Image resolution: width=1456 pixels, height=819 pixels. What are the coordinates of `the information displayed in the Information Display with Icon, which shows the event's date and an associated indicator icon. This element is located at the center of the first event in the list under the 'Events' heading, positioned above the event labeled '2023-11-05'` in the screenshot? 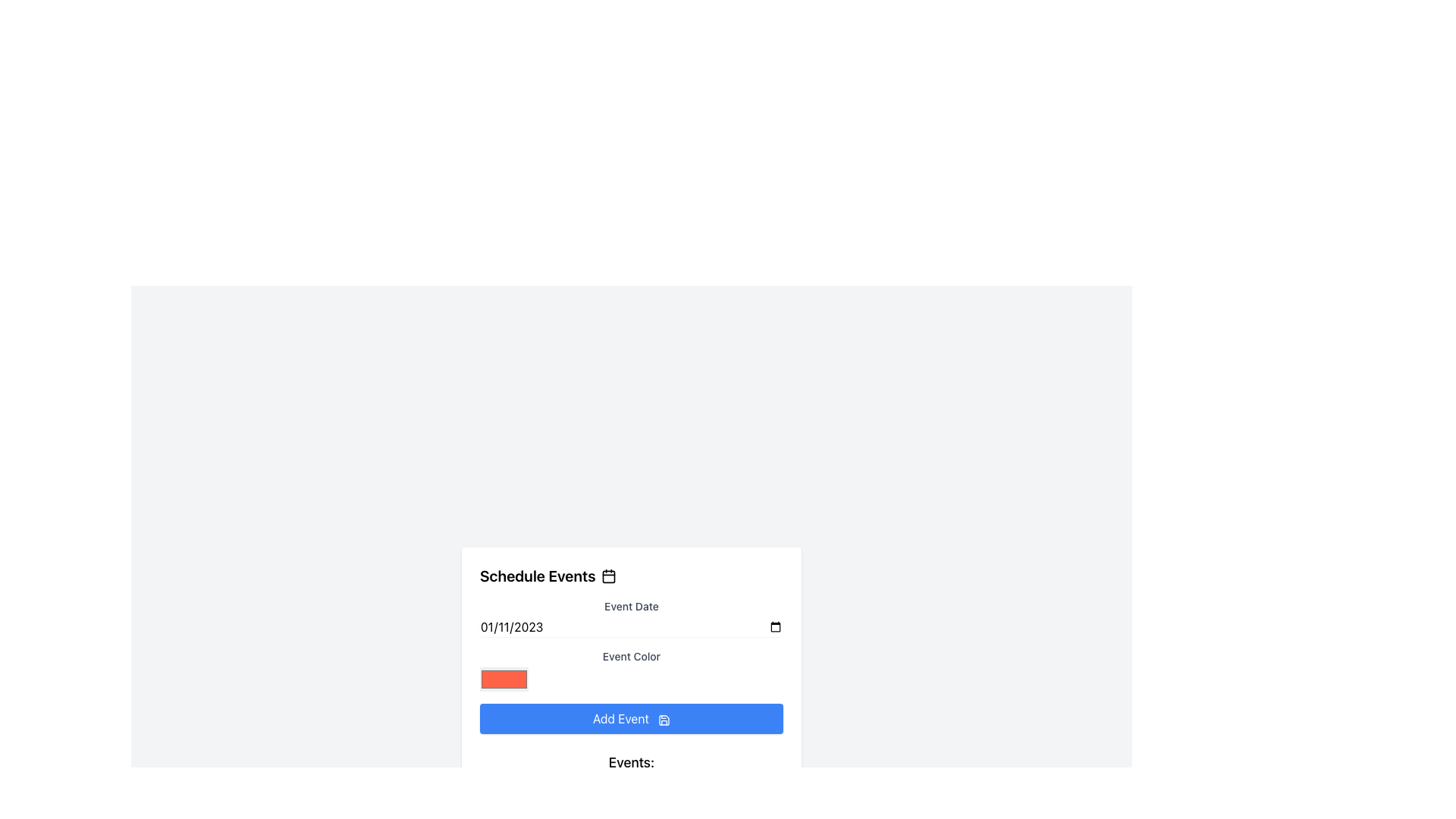 It's located at (632, 791).